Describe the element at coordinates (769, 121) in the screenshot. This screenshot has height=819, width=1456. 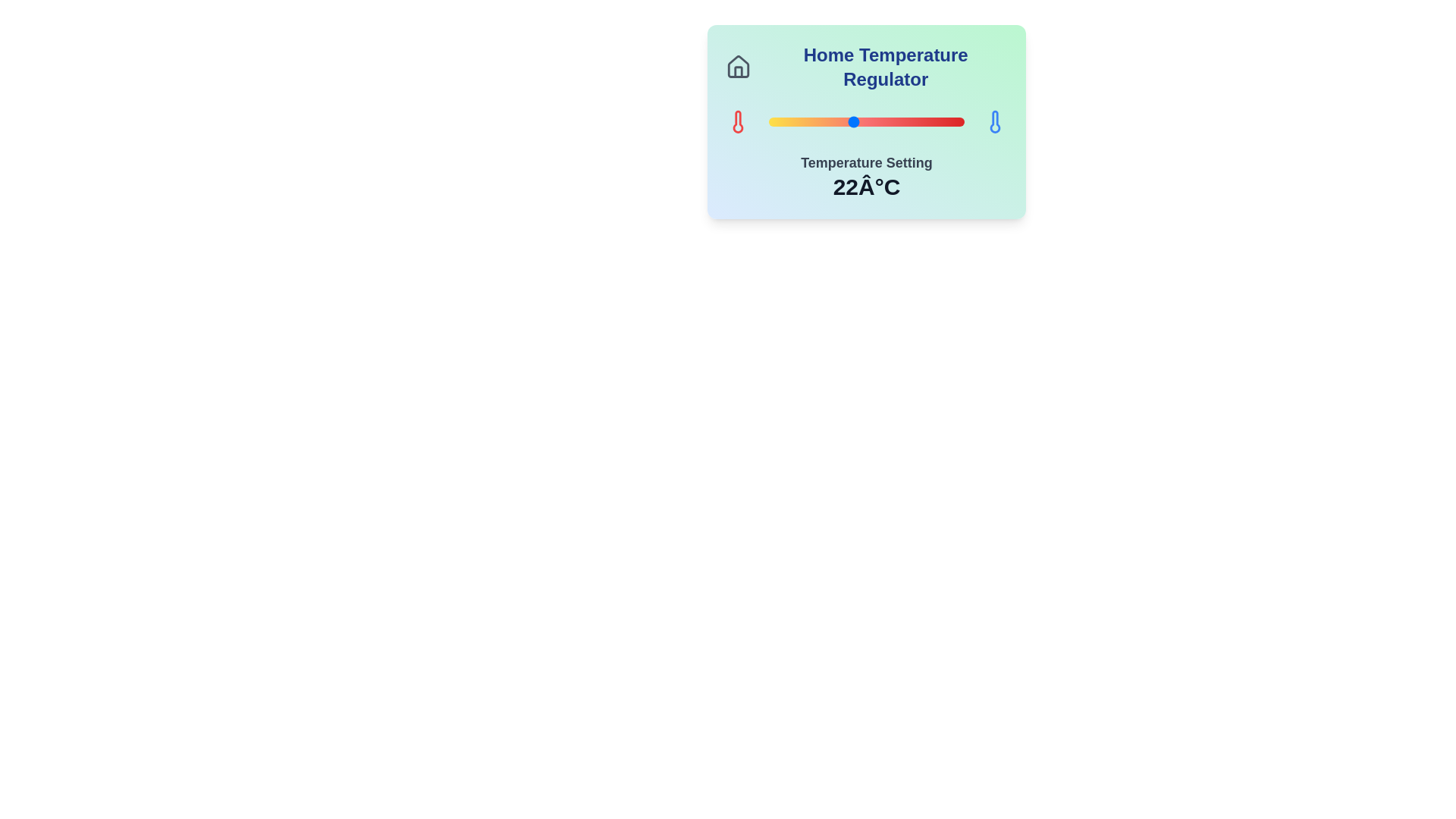
I see `the temperature to 16°C using the slider` at that location.